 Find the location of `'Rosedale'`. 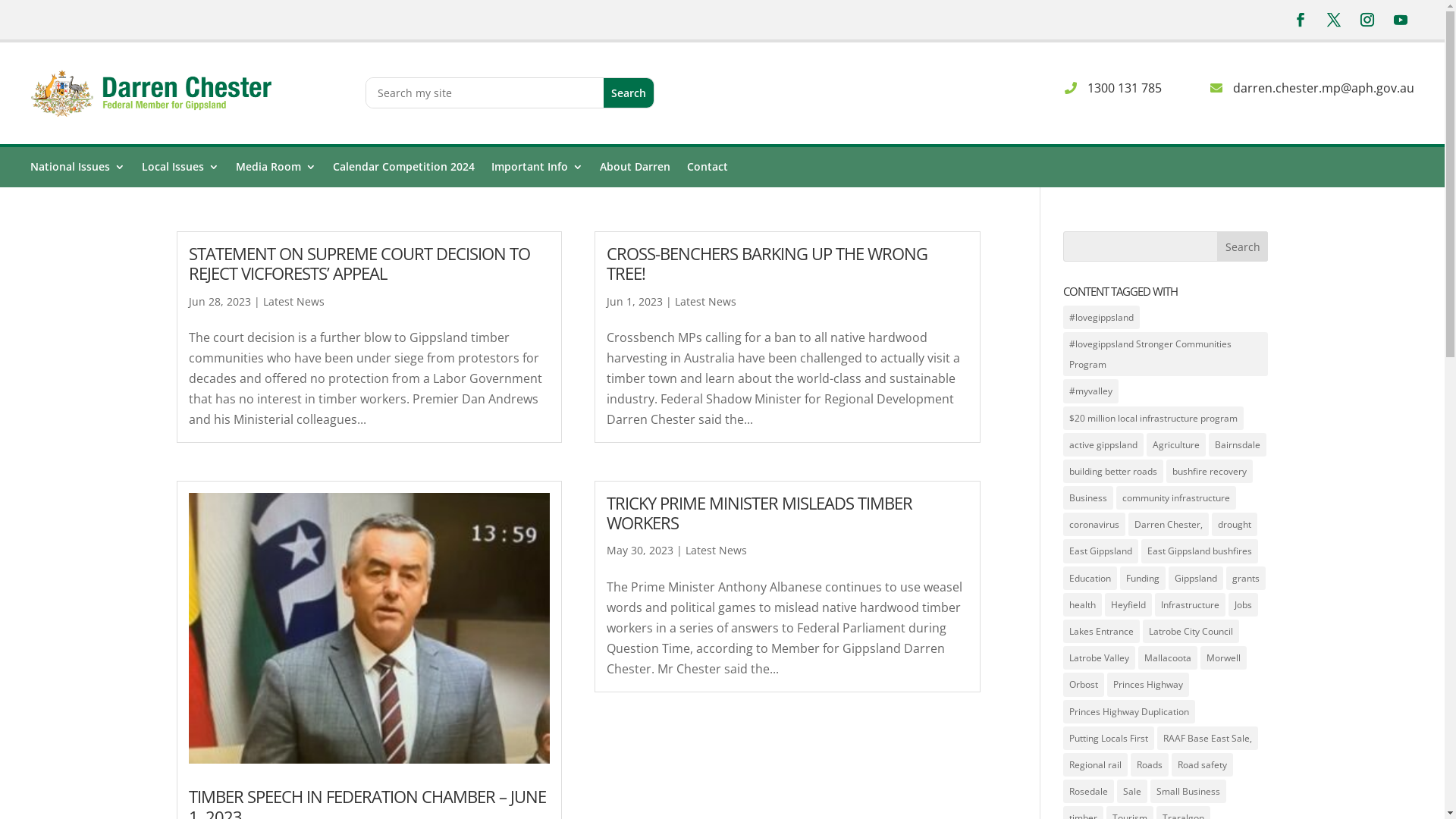

'Rosedale' is located at coordinates (1087, 790).